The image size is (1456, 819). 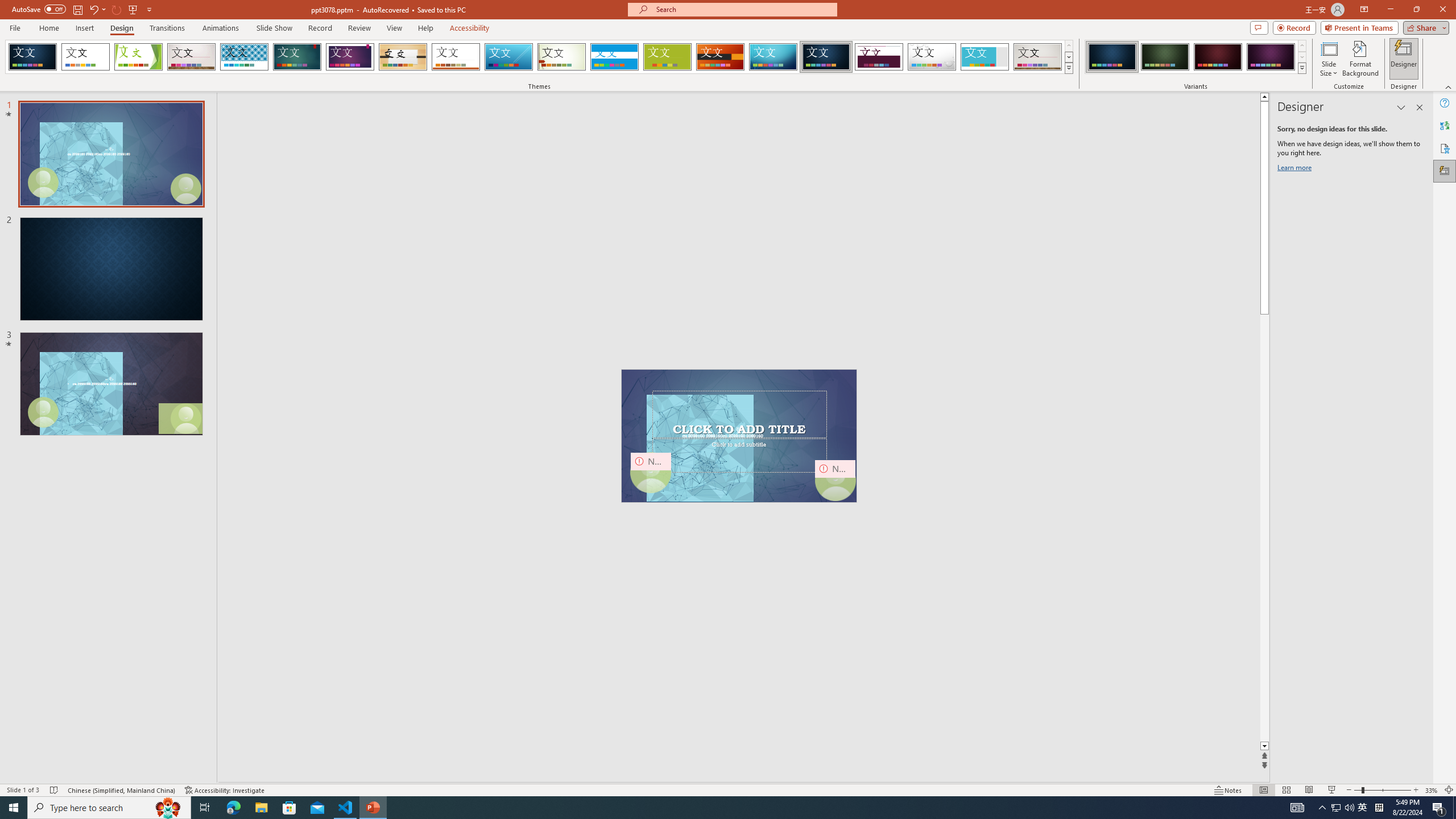 What do you see at coordinates (244, 56) in the screenshot?
I see `'Integral'` at bounding box center [244, 56].